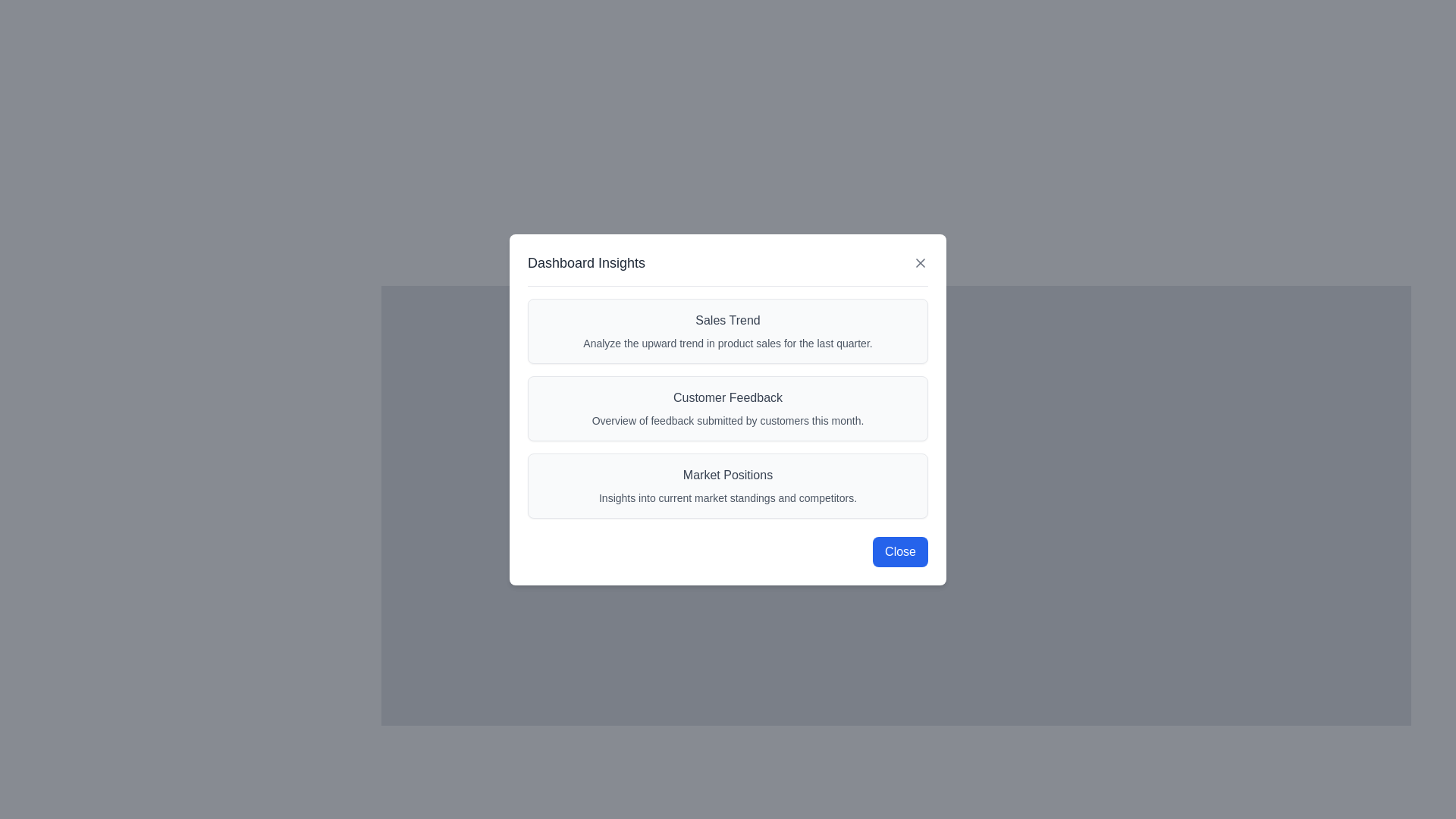 Image resolution: width=1456 pixels, height=819 pixels. What do you see at coordinates (728, 342) in the screenshot?
I see `the static text providing supplementary information about the 'Sales Trend' section, which is centrally aligned below the 'Sales Trend' heading in the dashboard insight panel` at bounding box center [728, 342].